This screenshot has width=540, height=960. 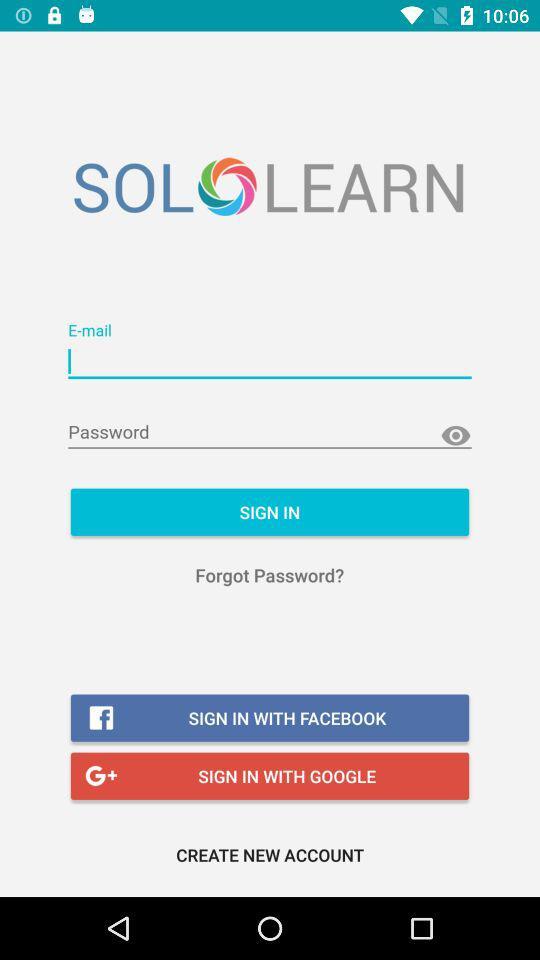 What do you see at coordinates (455, 436) in the screenshot?
I see `show password` at bounding box center [455, 436].